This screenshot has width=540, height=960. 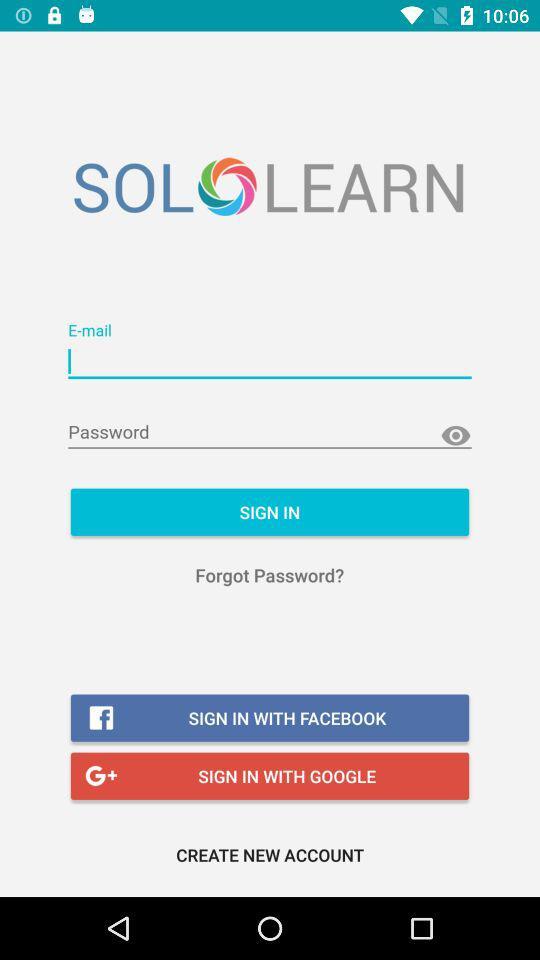 What do you see at coordinates (455, 436) in the screenshot?
I see `show password` at bounding box center [455, 436].